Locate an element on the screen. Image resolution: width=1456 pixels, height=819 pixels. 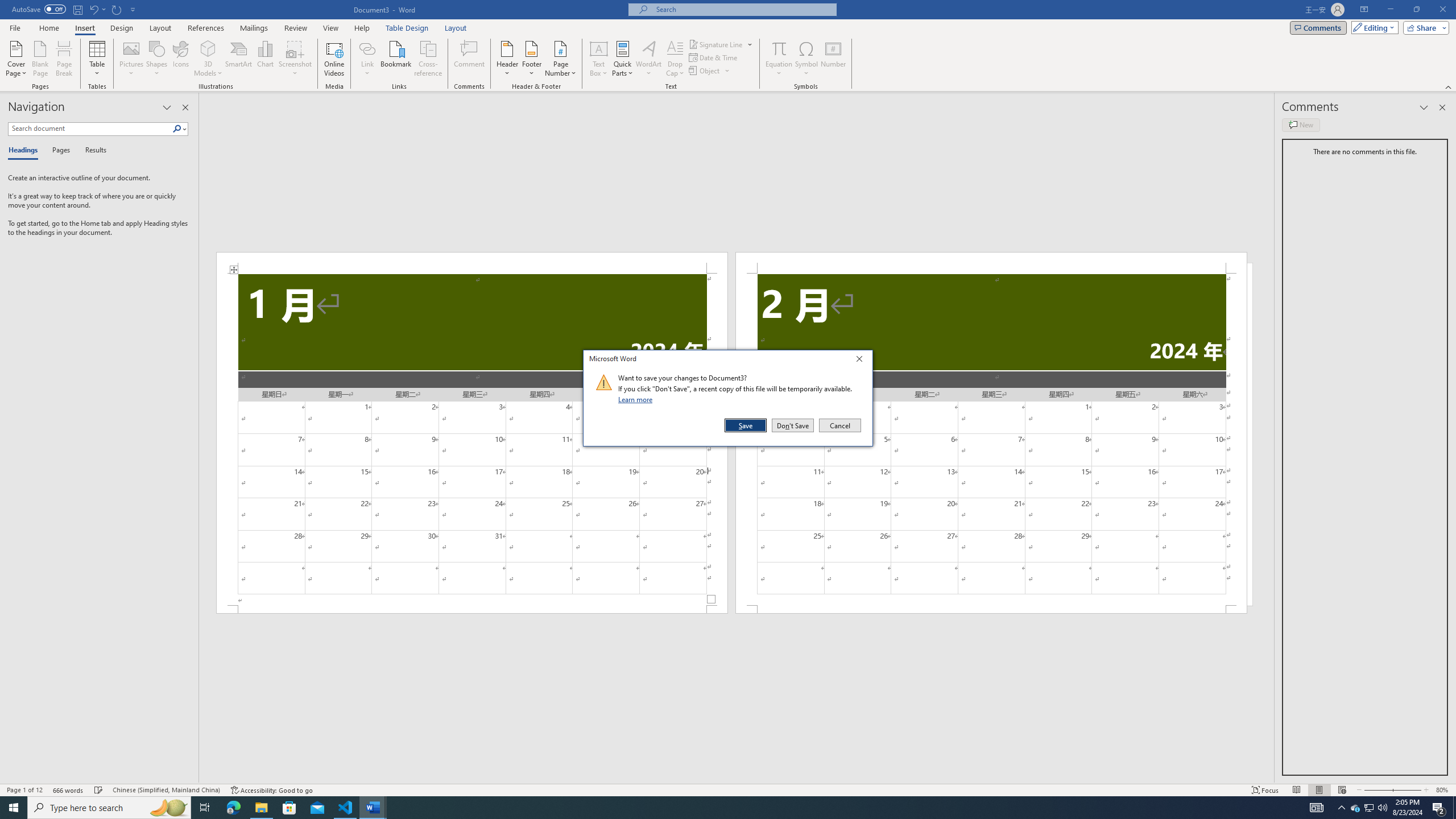
'Share' is located at coordinates (1423, 27).